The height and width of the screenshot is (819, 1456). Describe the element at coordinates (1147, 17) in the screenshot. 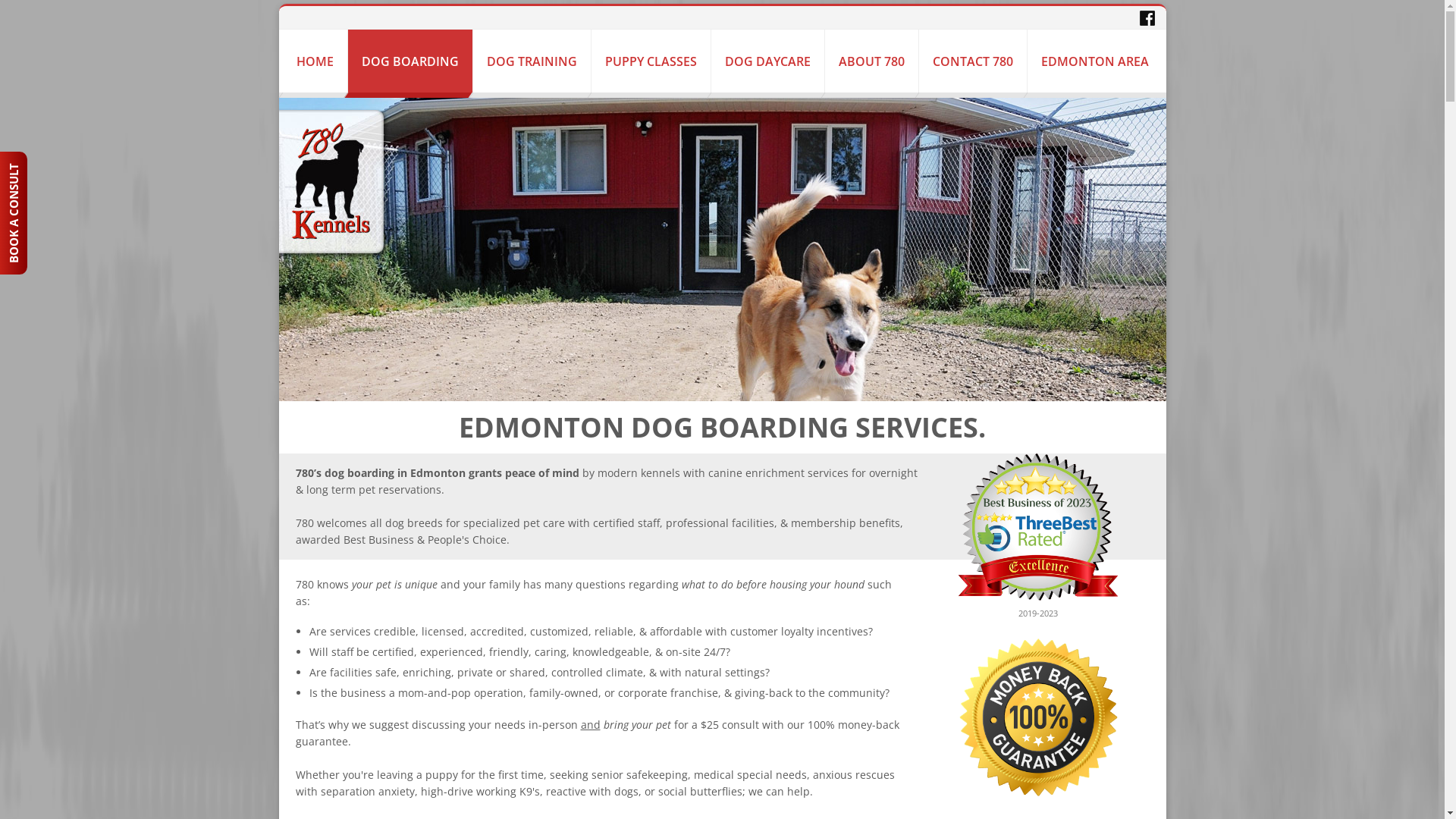

I see `'Follow 4,000 + likes for us on Facebook.'` at that location.